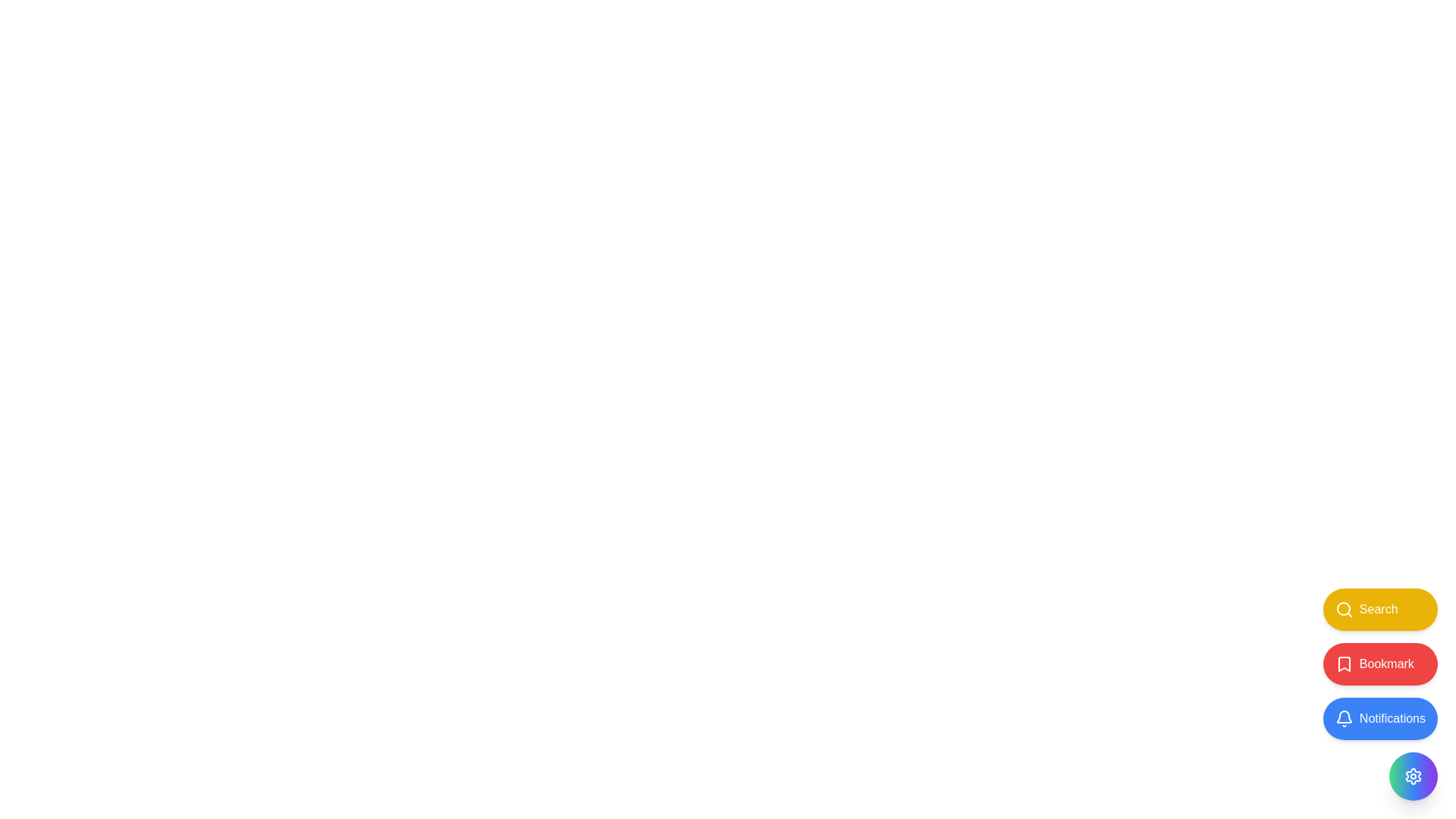 This screenshot has width=1456, height=819. What do you see at coordinates (1412, 776) in the screenshot?
I see `the Settings icon, which is a gear-shaped vector graphic located in a round button at the bottom-right corner of the interface` at bounding box center [1412, 776].